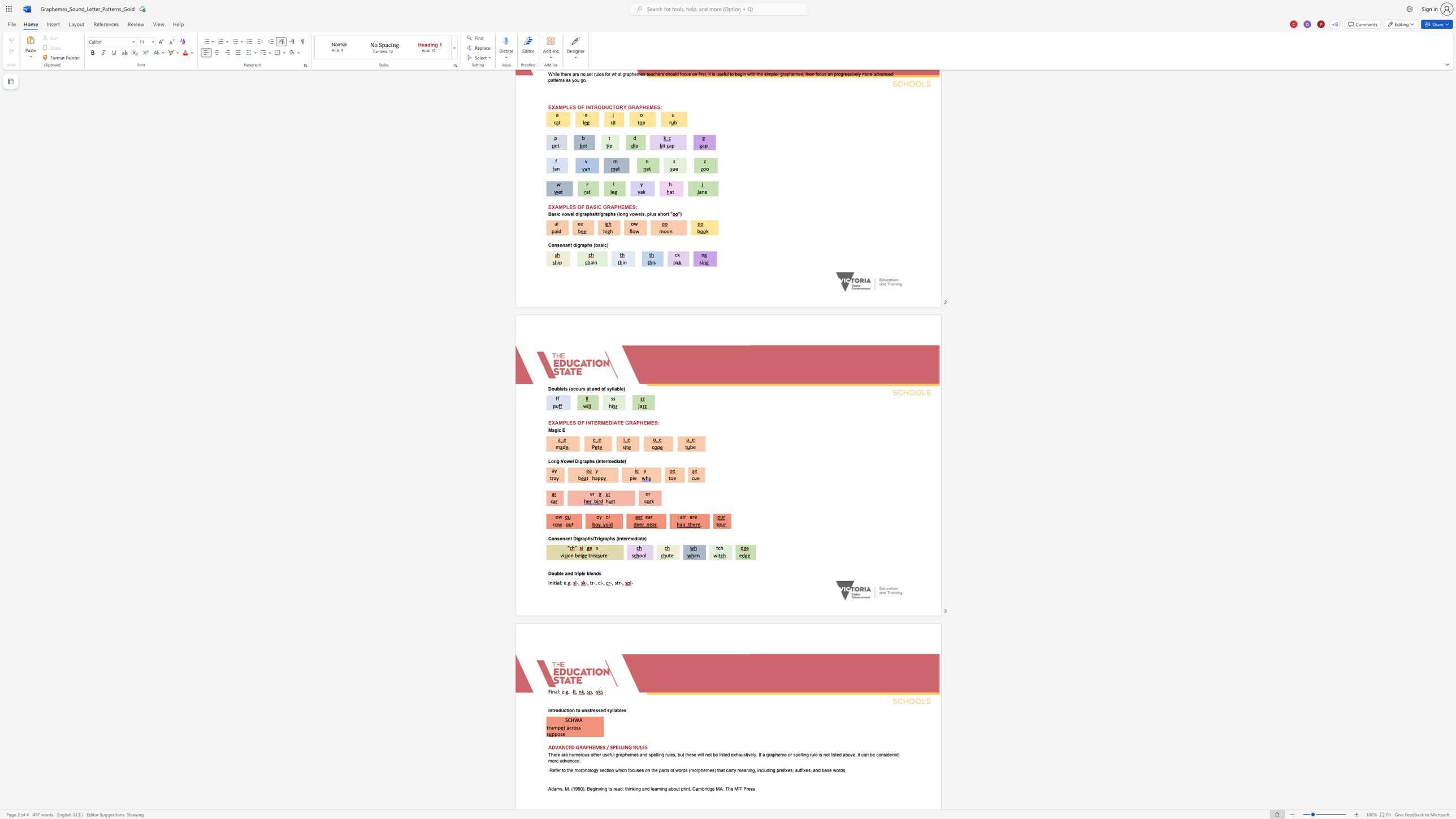  I want to click on the space between the continuous character "e" and "r" in the text, so click(556, 754).